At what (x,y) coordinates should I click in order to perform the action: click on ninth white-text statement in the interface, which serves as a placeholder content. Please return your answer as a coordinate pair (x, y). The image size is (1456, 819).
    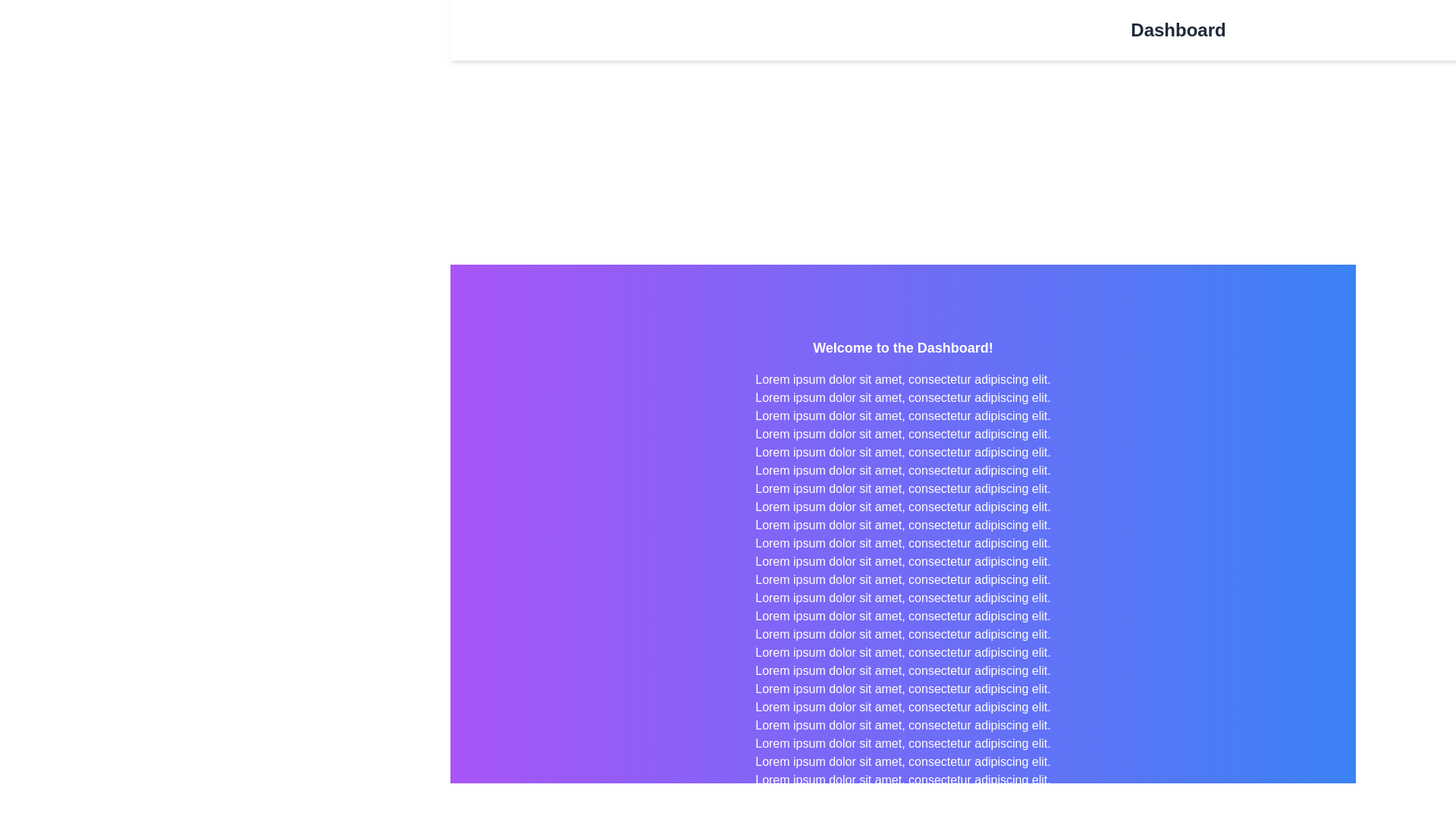
    Looking at the image, I should click on (902, 507).